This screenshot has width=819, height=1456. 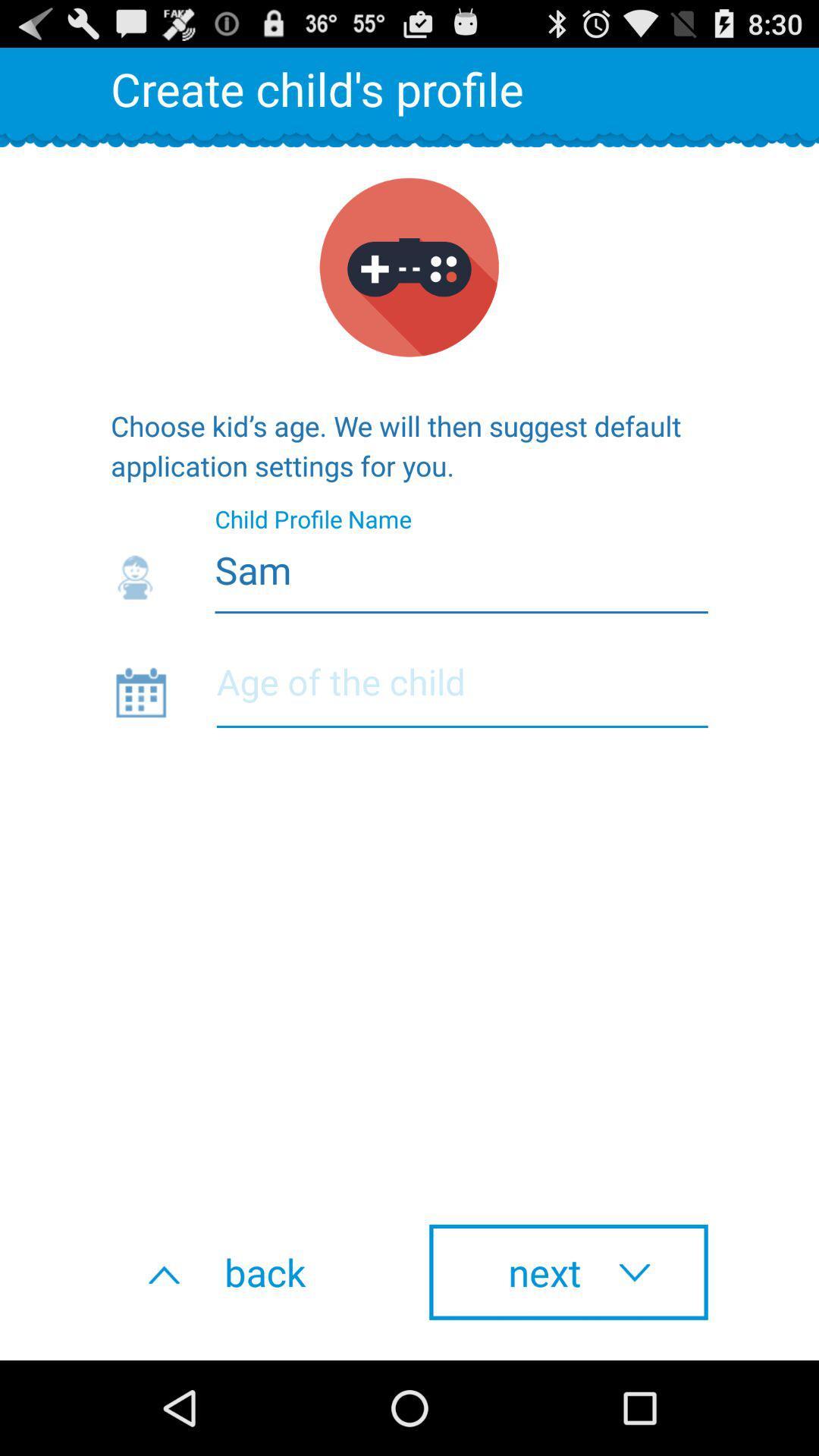 I want to click on the button to the left of the next item, so click(x=249, y=1272).